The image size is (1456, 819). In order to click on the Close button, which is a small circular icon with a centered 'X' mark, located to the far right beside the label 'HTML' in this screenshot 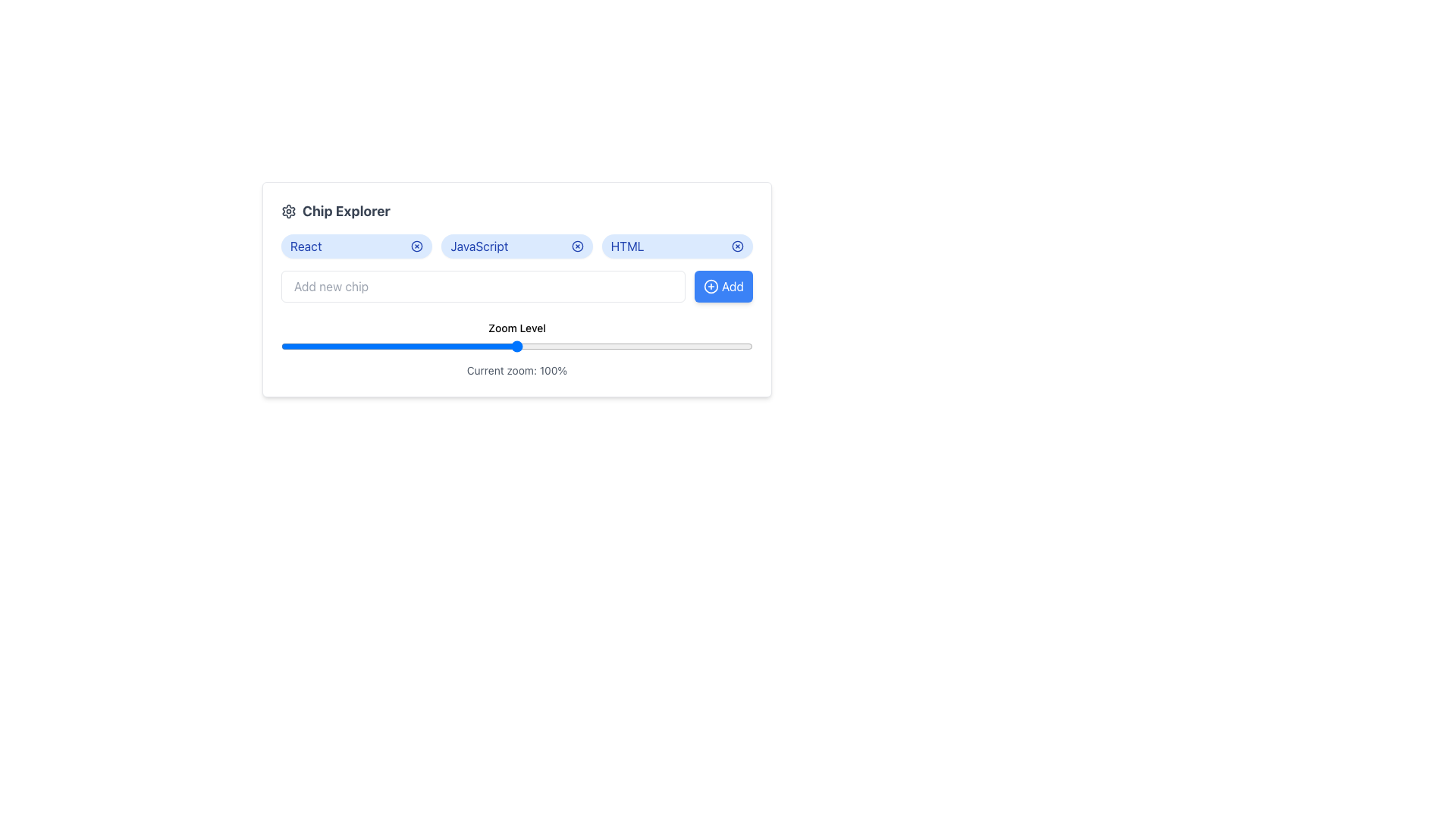, I will do `click(738, 245)`.